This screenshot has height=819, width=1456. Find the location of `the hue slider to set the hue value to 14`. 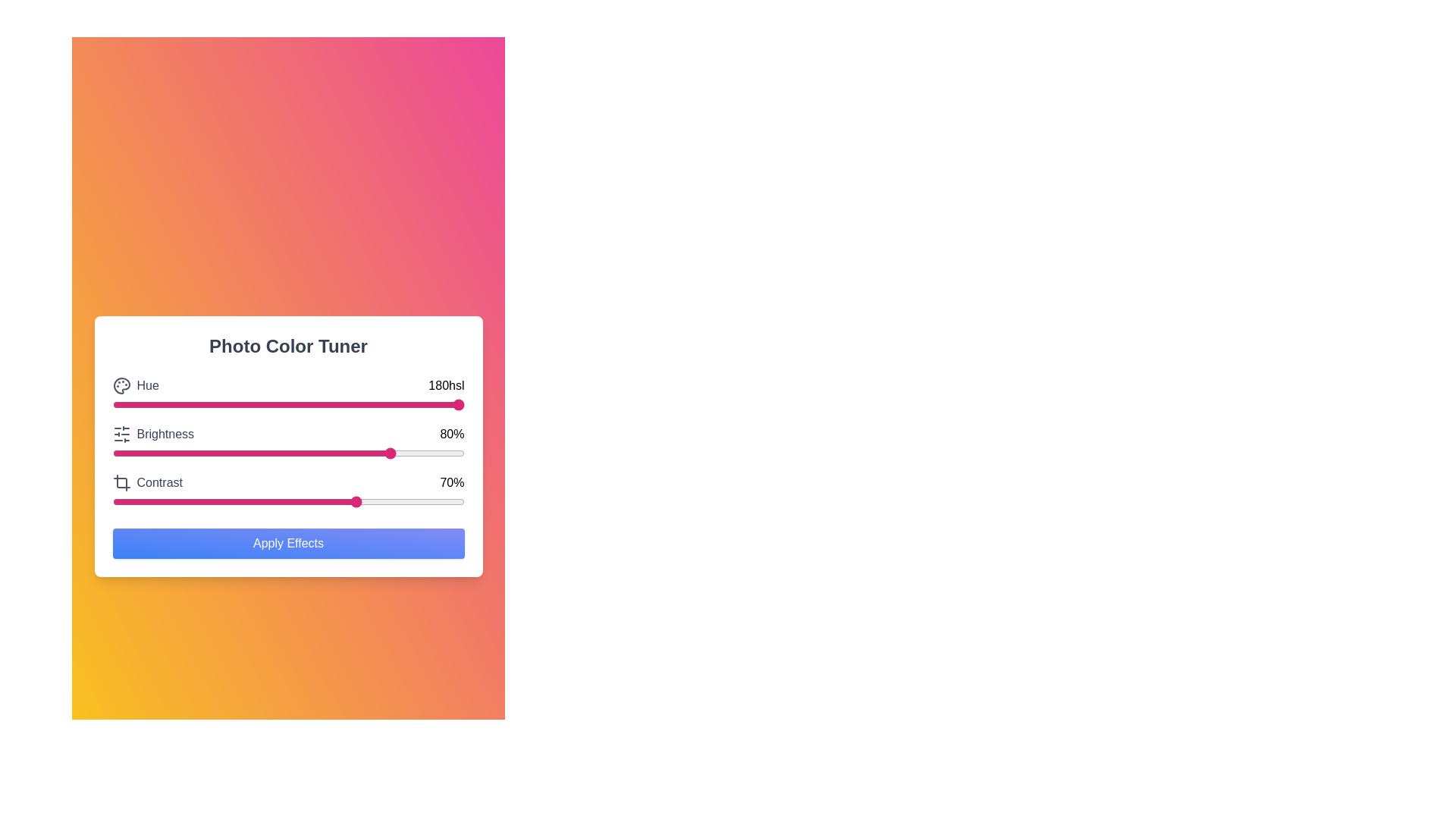

the hue slider to set the hue value to 14 is located at coordinates (162, 403).